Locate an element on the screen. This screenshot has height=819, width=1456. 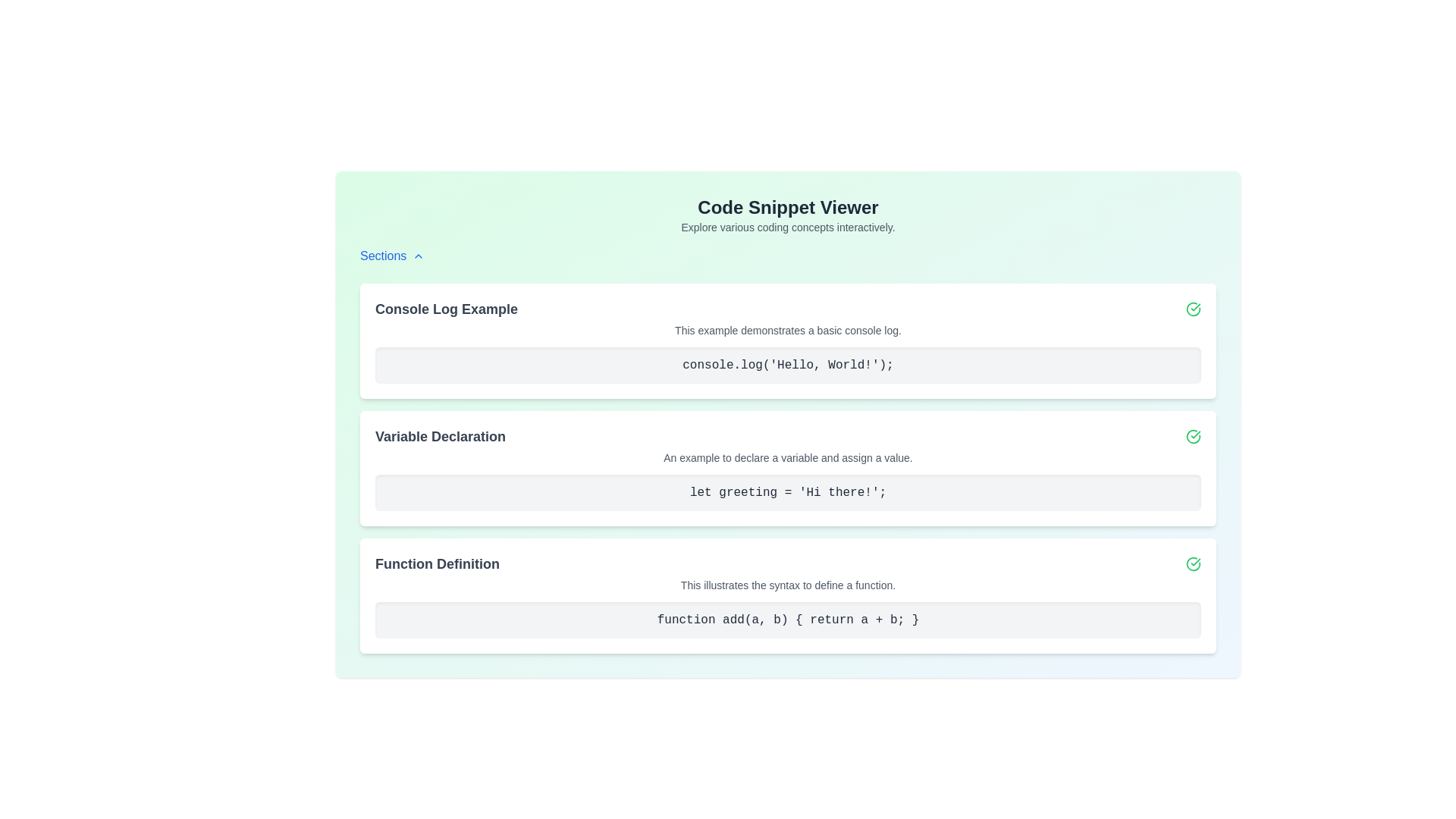
the success icon located to the far right of the row displaying the text 'Console Log Example' is located at coordinates (1193, 309).